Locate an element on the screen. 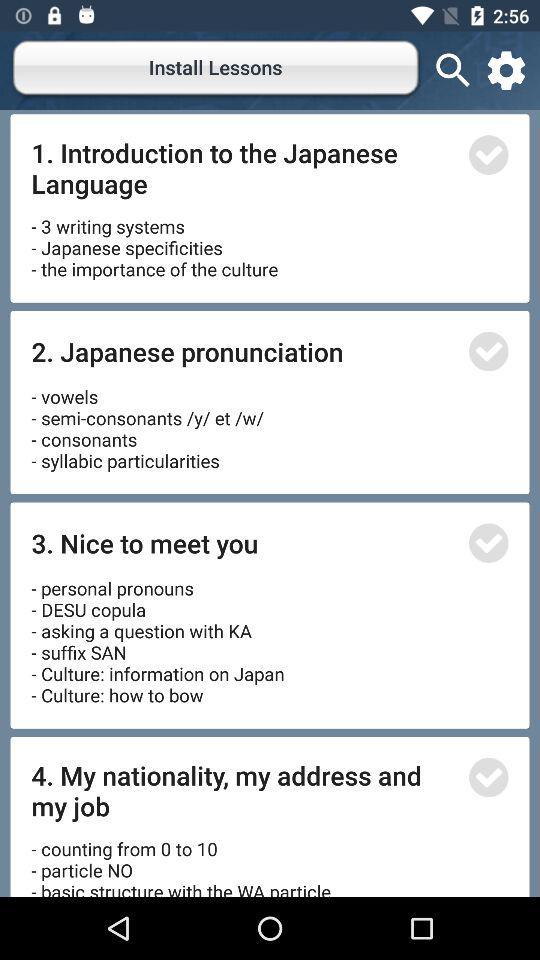 The width and height of the screenshot is (540, 960). configurations is located at coordinates (505, 70).